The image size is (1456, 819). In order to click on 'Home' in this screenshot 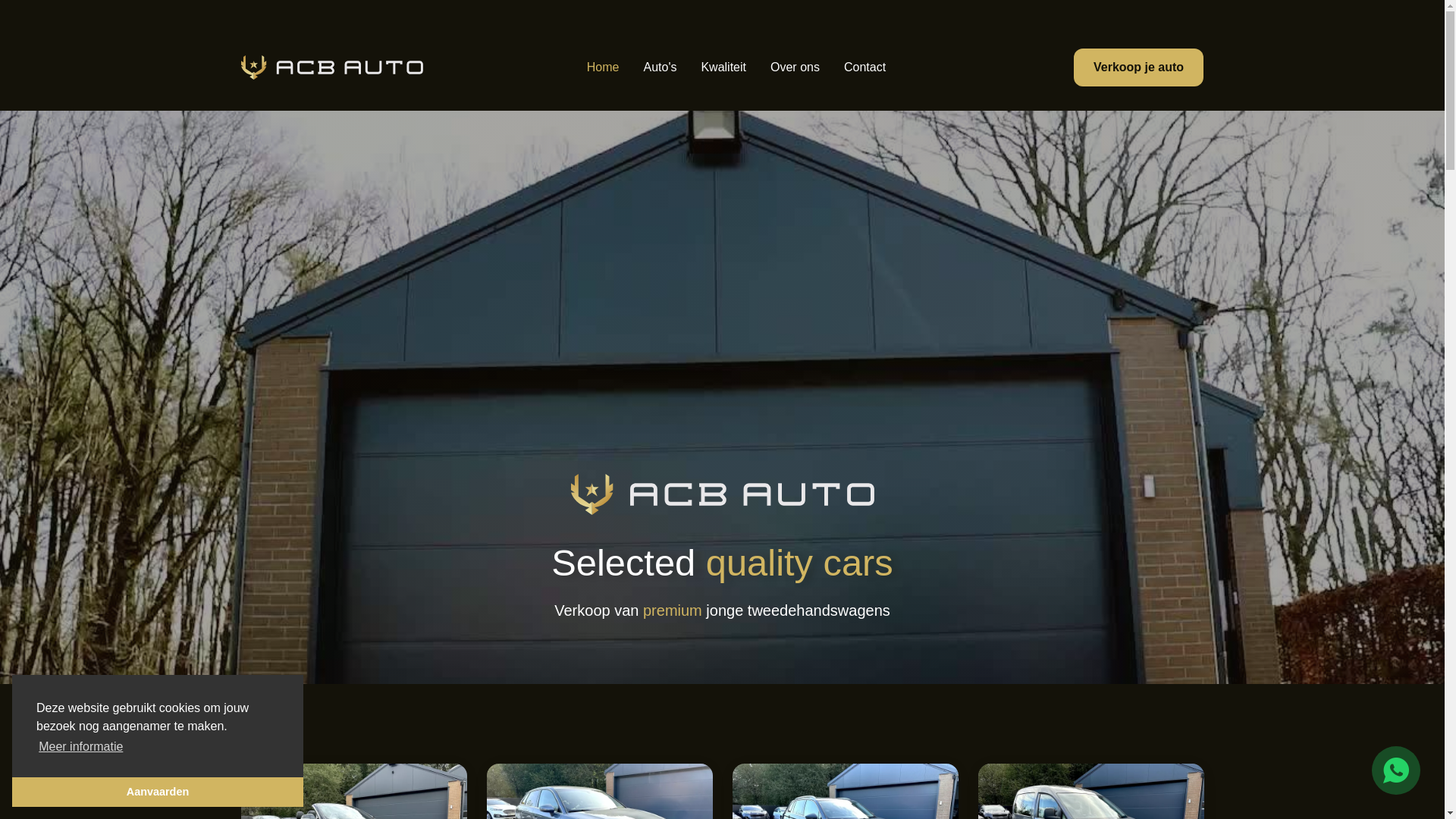, I will do `click(602, 66)`.